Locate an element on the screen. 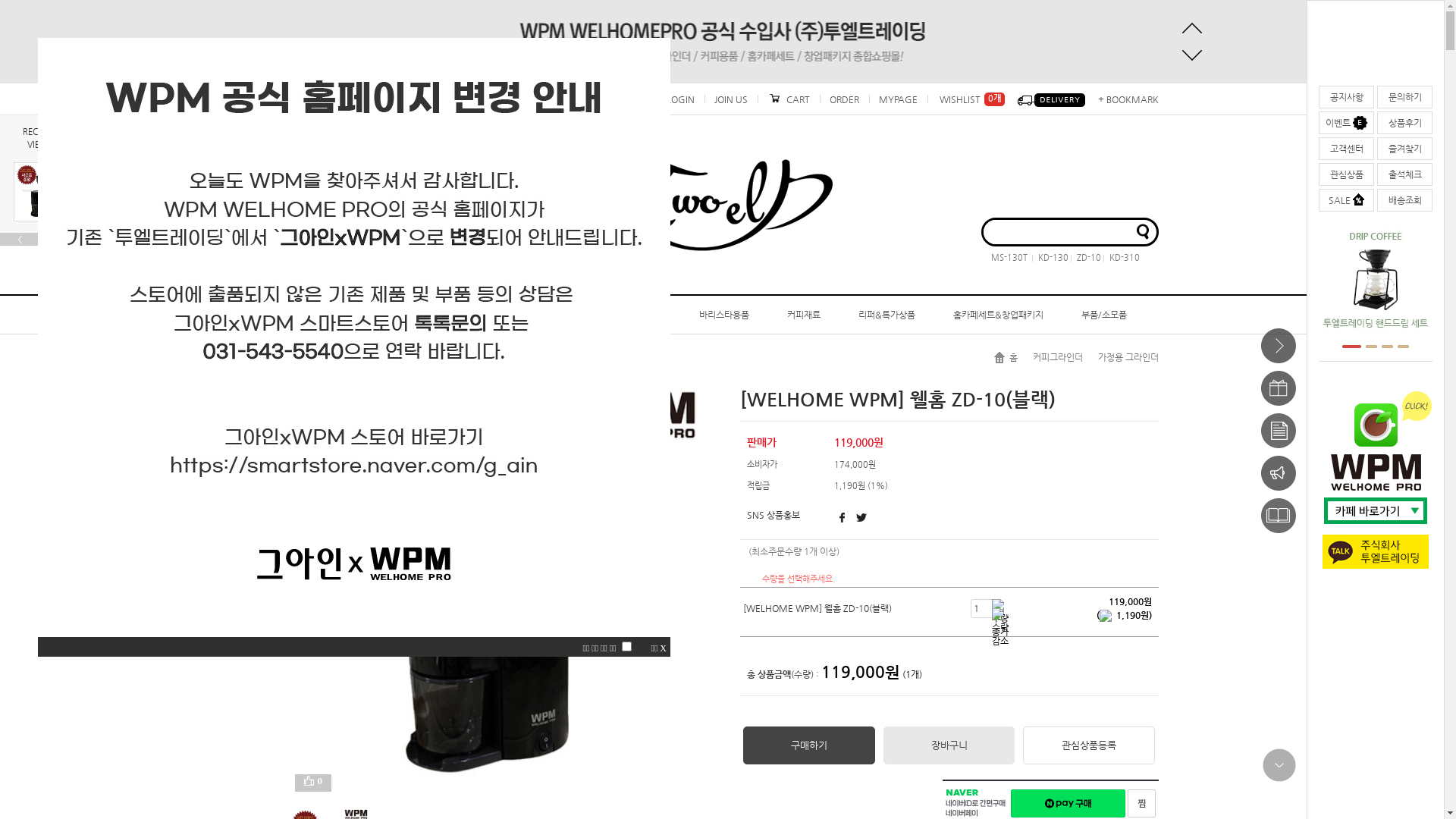 The height and width of the screenshot is (819, 1456). 'SALE' is located at coordinates (1346, 199).